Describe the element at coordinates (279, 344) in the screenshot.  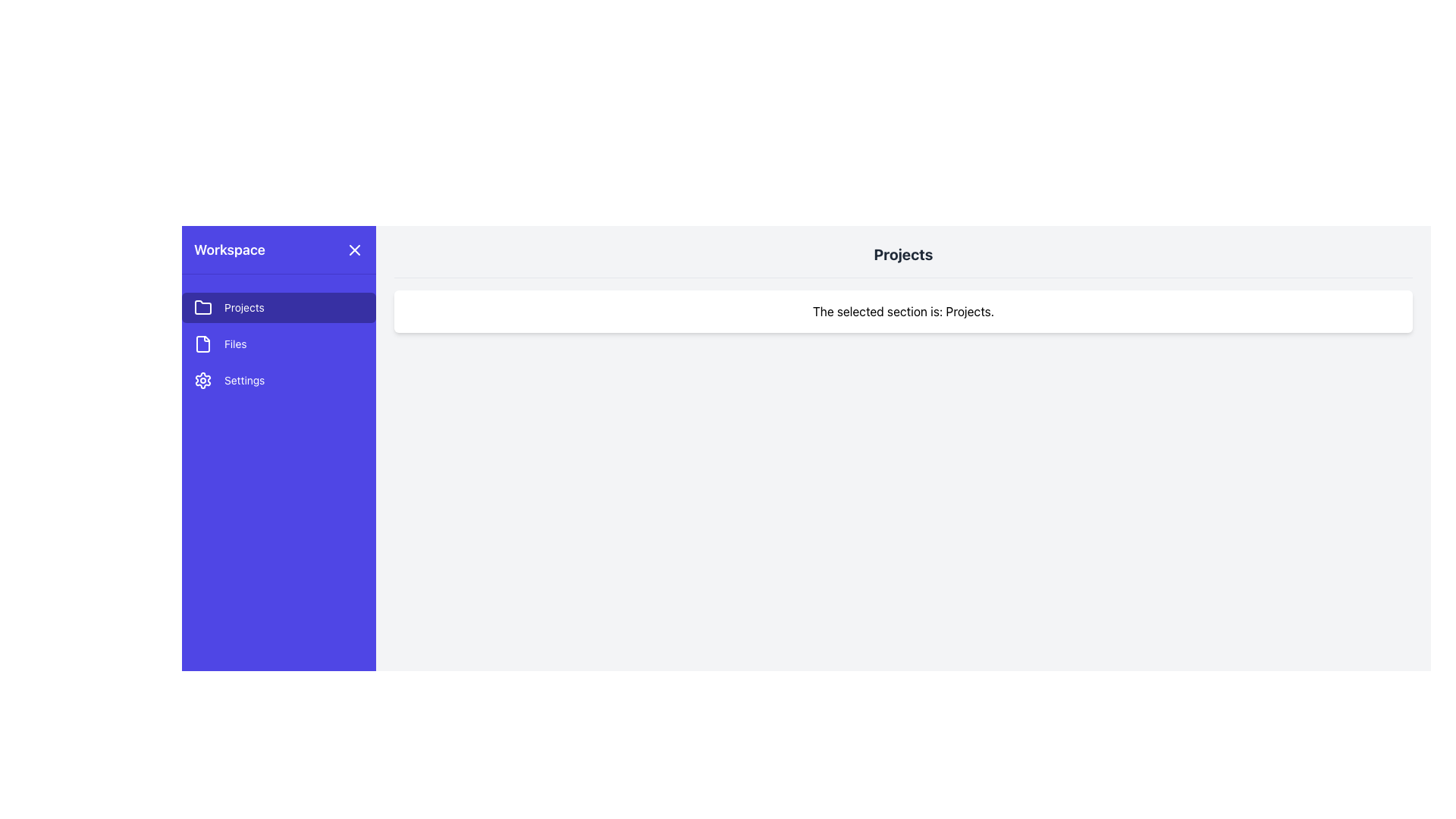
I see `the second item in the left sidebar menu that serves as a navigation link to the 'Files' section` at that location.